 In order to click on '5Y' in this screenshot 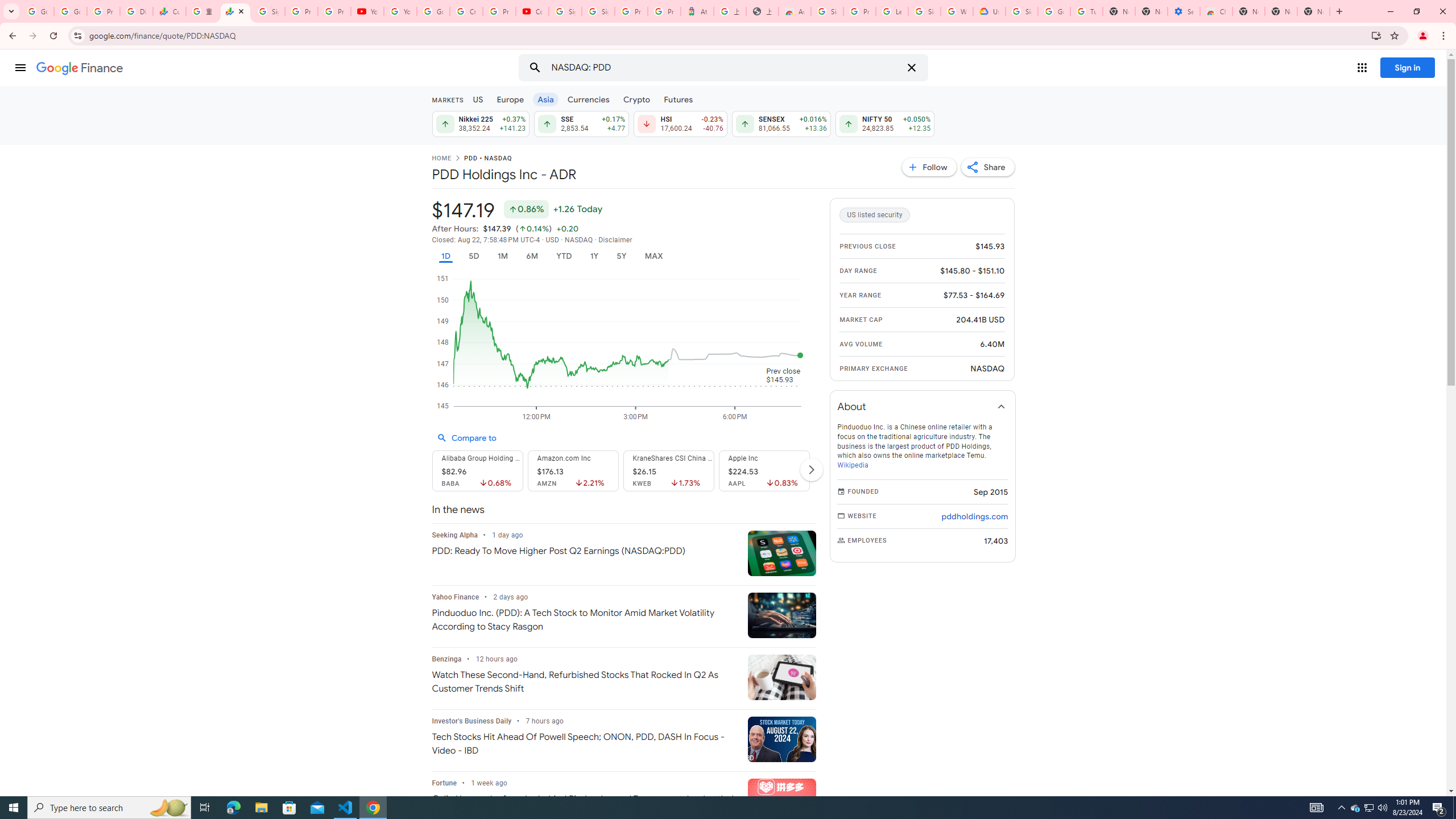, I will do `click(621, 255)`.